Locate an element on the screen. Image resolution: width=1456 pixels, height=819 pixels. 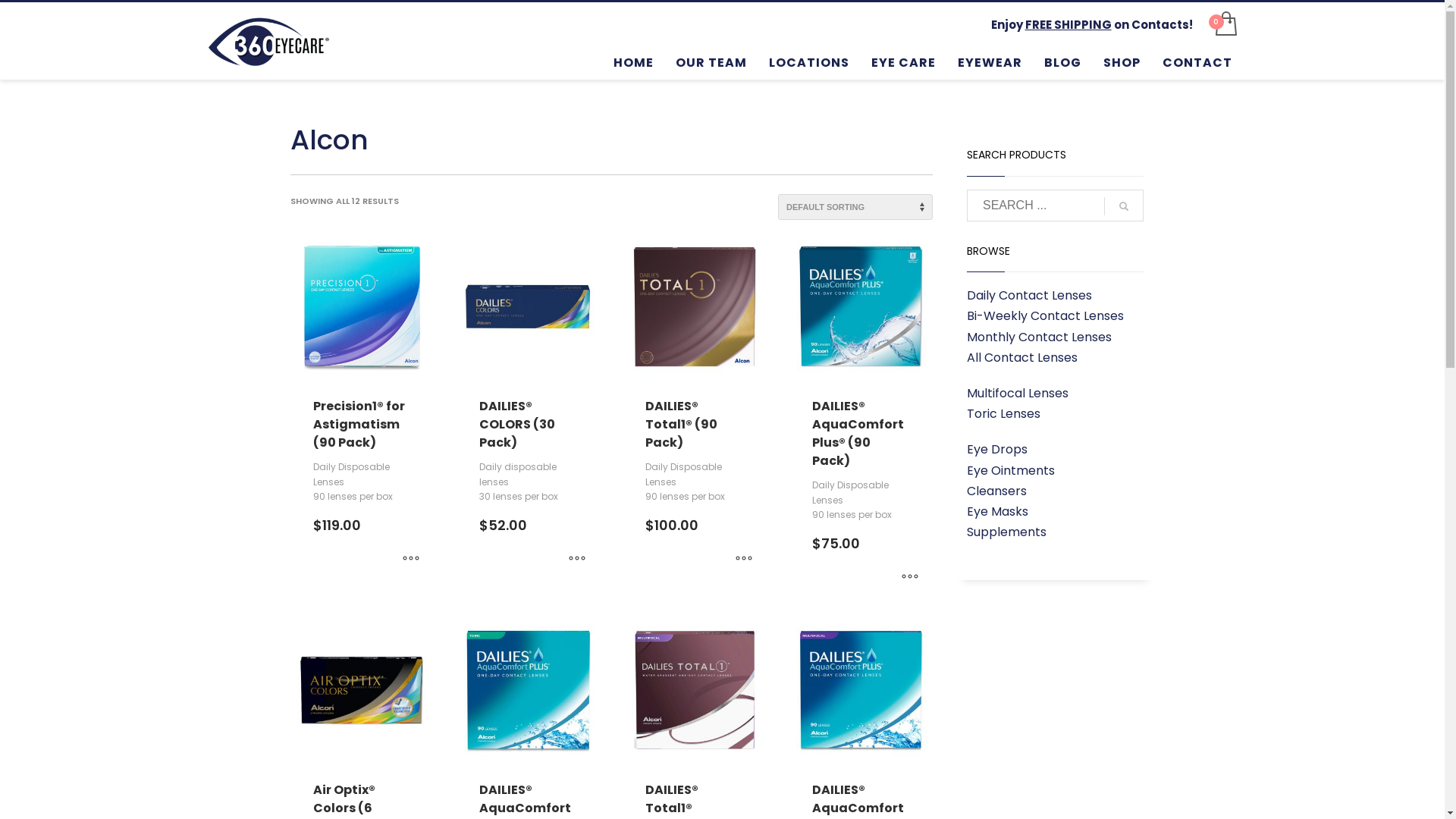
'View your shopping cart' is located at coordinates (1207, 24).